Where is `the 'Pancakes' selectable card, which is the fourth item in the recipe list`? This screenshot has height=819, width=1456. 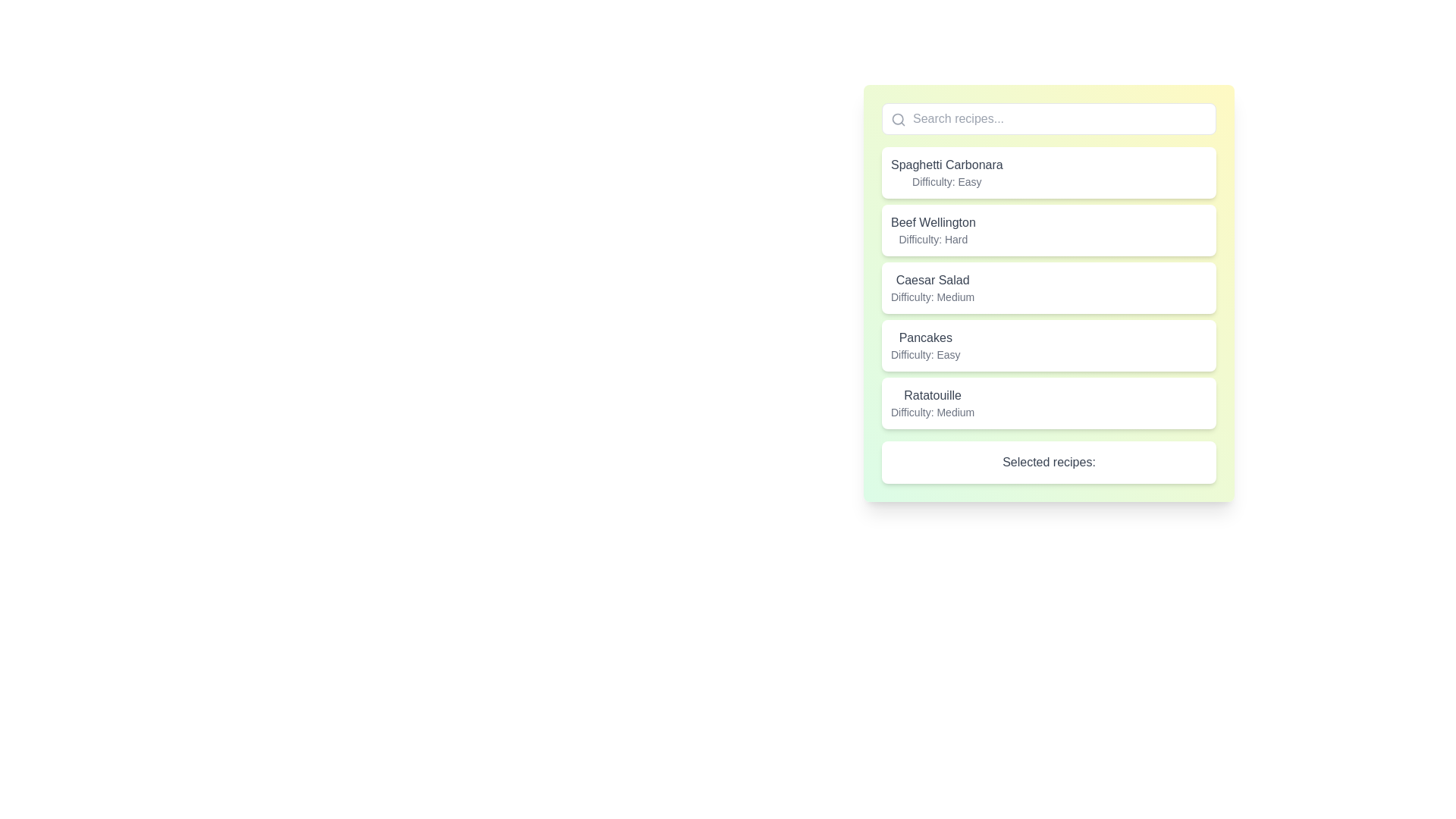
the 'Pancakes' selectable card, which is the fourth item in the recipe list is located at coordinates (1048, 345).